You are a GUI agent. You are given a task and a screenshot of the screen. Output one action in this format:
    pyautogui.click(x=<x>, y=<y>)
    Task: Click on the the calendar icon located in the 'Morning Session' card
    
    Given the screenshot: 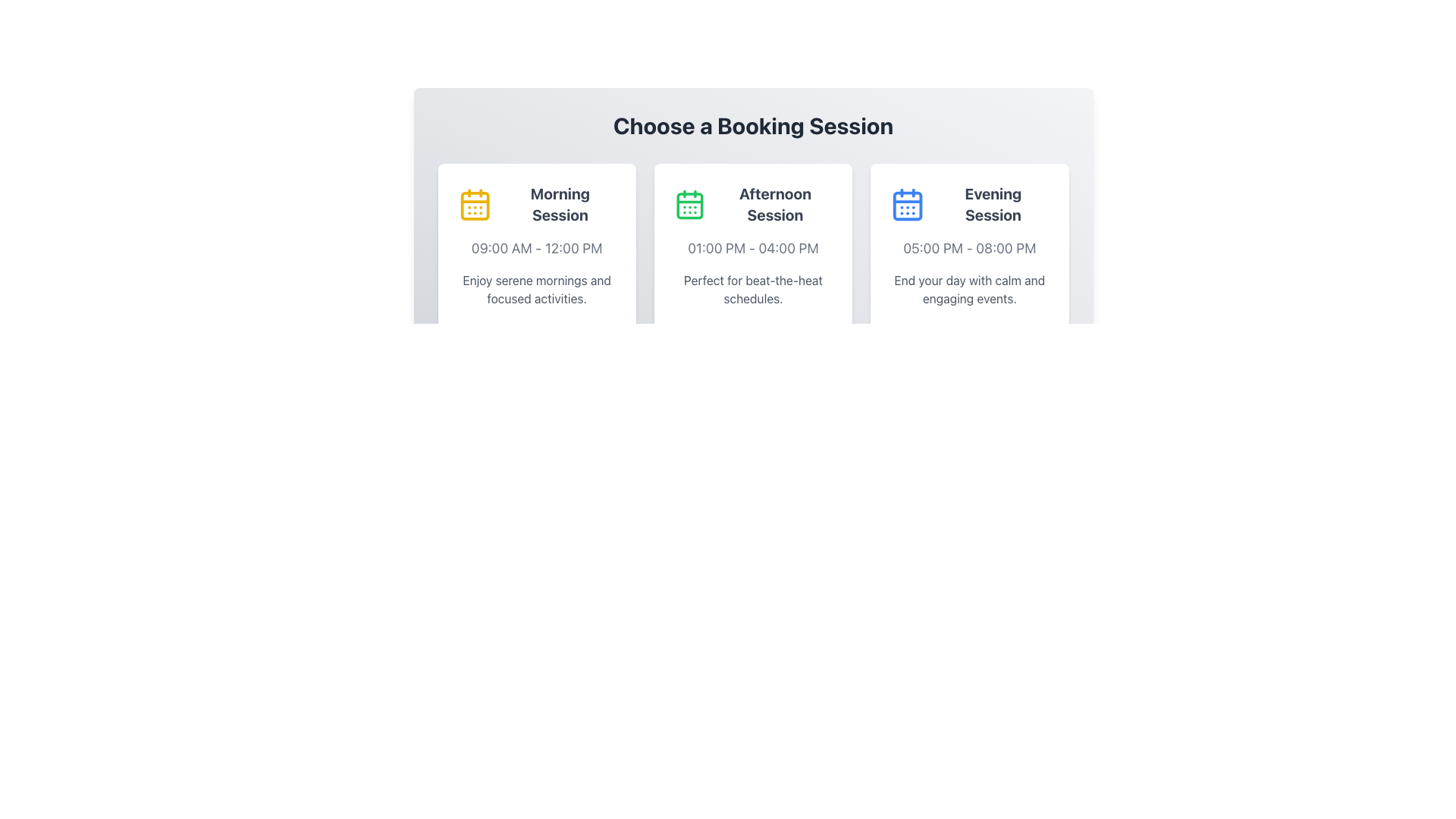 What is the action you would take?
    pyautogui.click(x=474, y=205)
    